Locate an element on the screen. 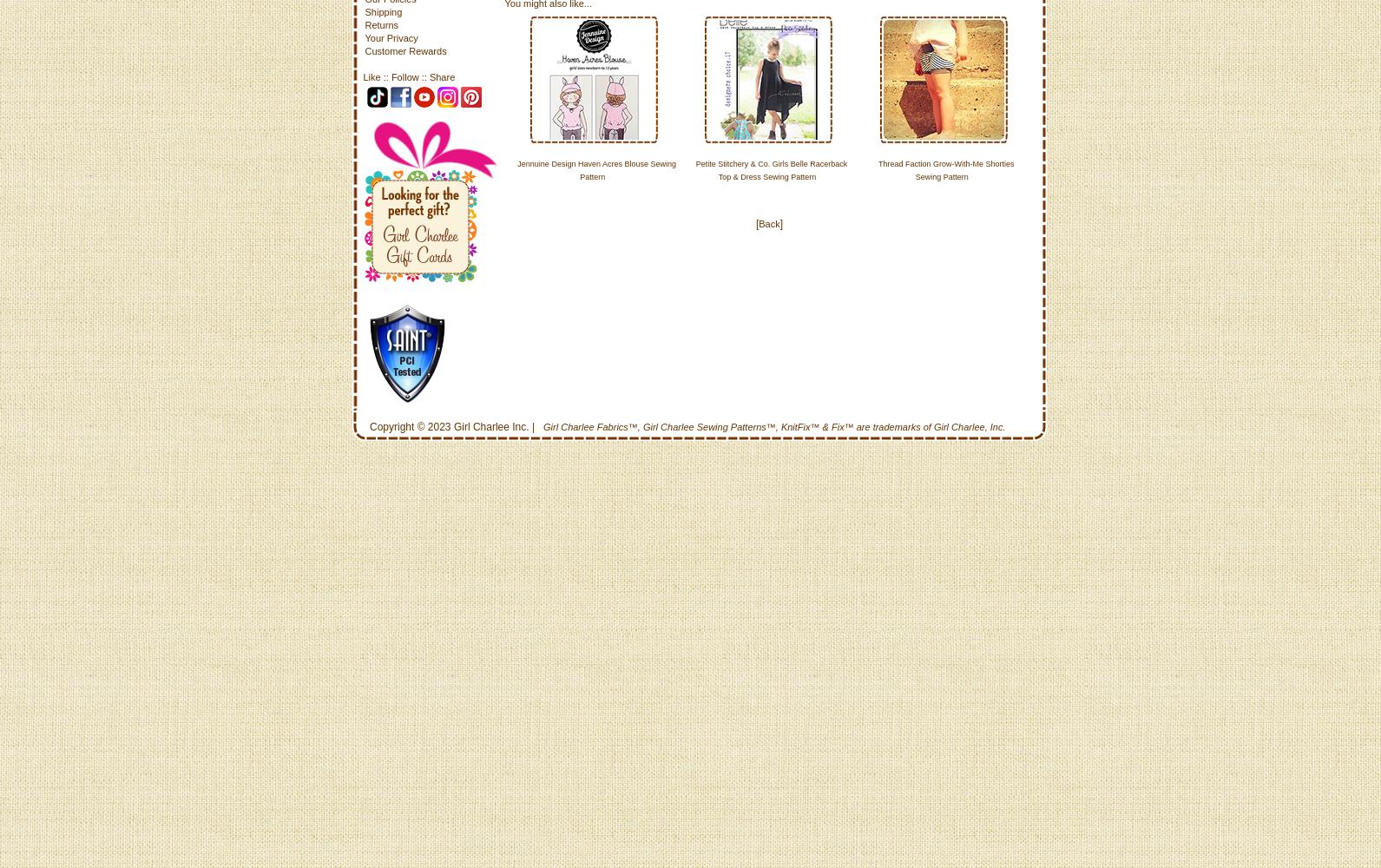 This screenshot has width=1381, height=868. 'Jennuine Design Haven Acres Blouse Sewing Pattern' is located at coordinates (516, 169).